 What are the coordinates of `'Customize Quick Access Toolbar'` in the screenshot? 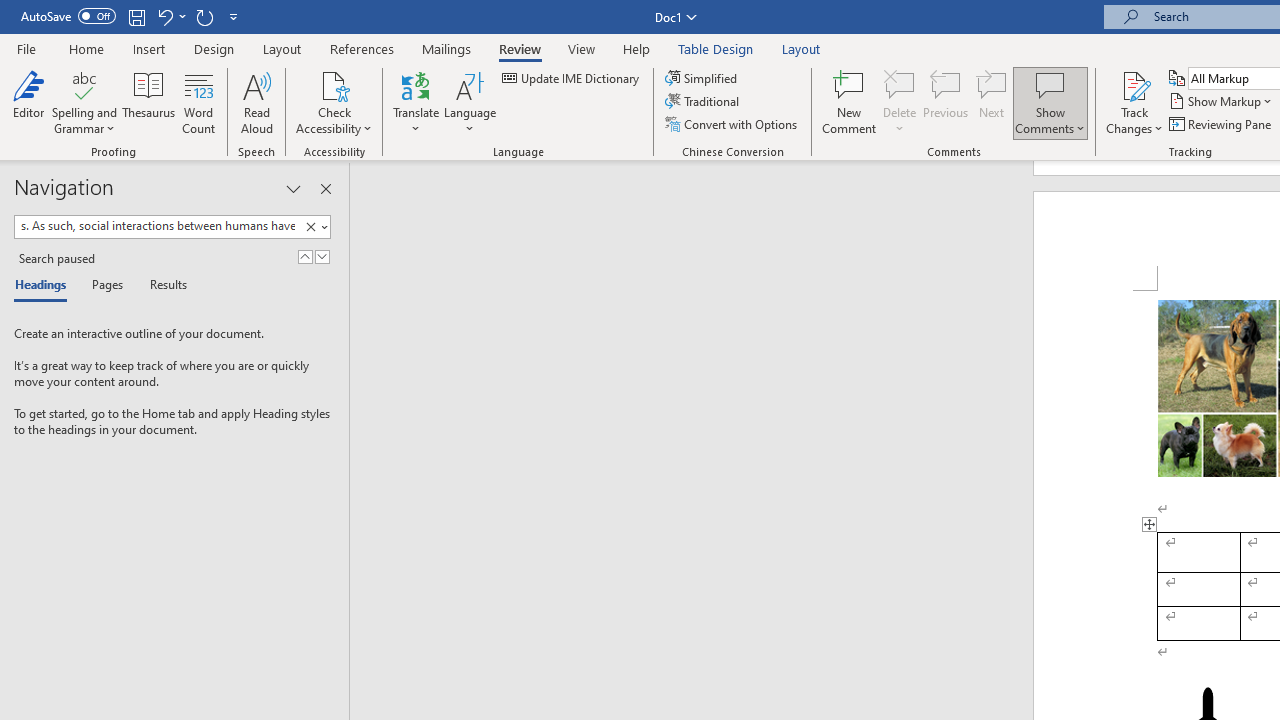 It's located at (234, 16).